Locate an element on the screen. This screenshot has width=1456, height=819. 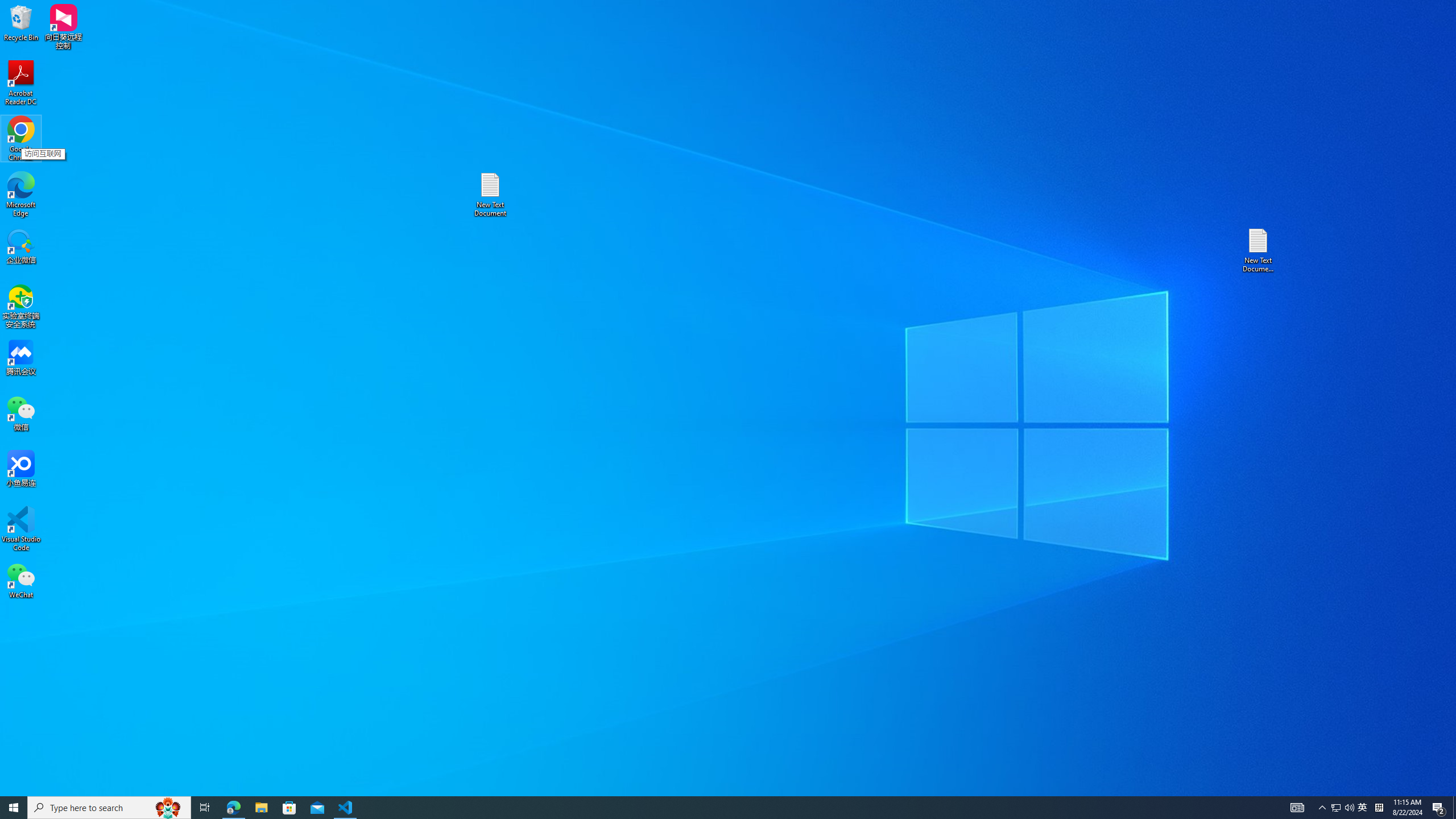
'Action Center, 2 new notifications' is located at coordinates (1439, 806).